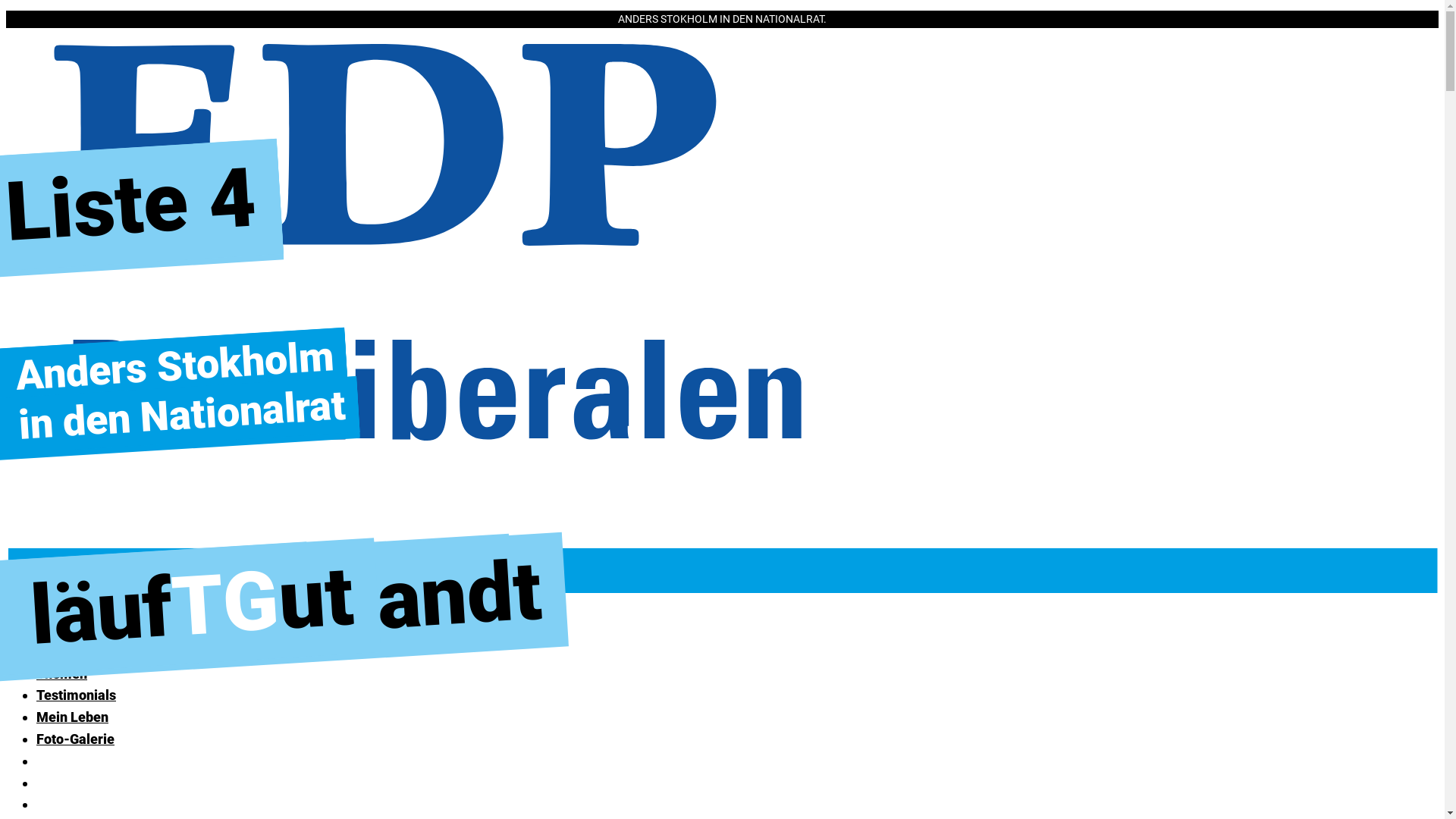  I want to click on 'Meine Motivation', so click(89, 651).